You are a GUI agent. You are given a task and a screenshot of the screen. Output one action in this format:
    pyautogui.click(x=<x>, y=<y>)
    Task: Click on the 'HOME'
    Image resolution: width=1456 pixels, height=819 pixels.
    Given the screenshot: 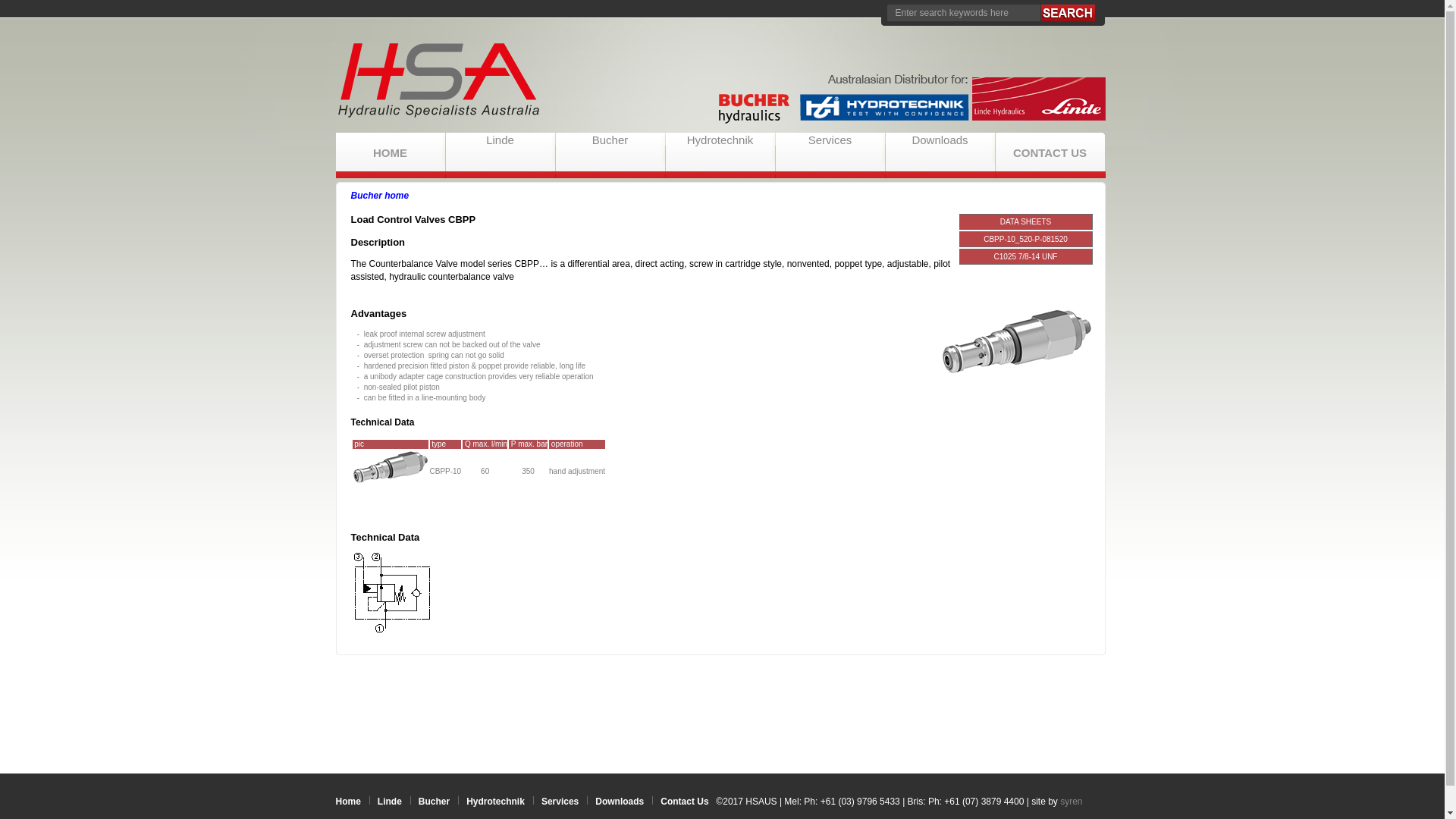 What is the action you would take?
    pyautogui.click(x=389, y=152)
    